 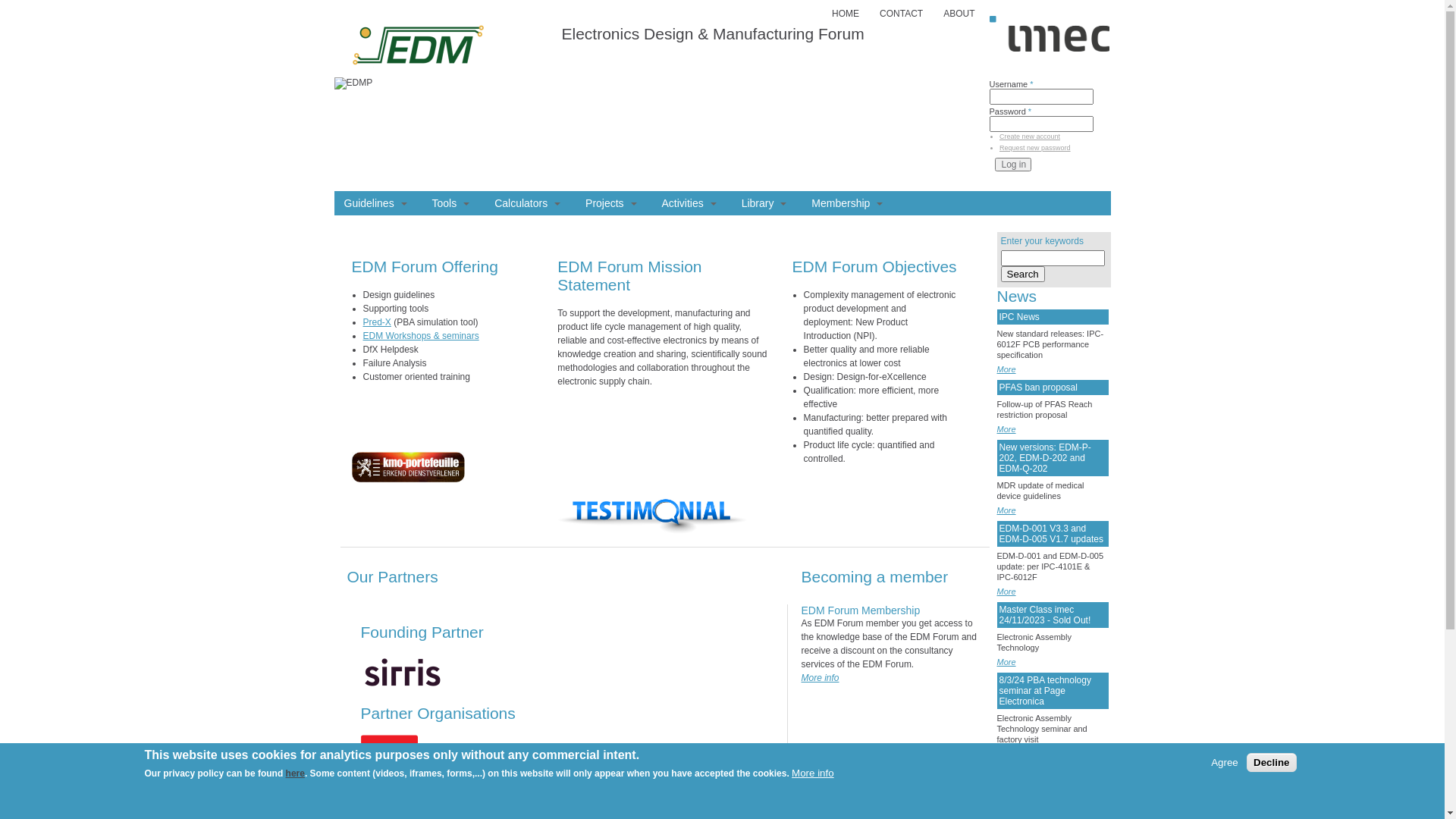 I want to click on 'CONTACT', so click(x=880, y=14).